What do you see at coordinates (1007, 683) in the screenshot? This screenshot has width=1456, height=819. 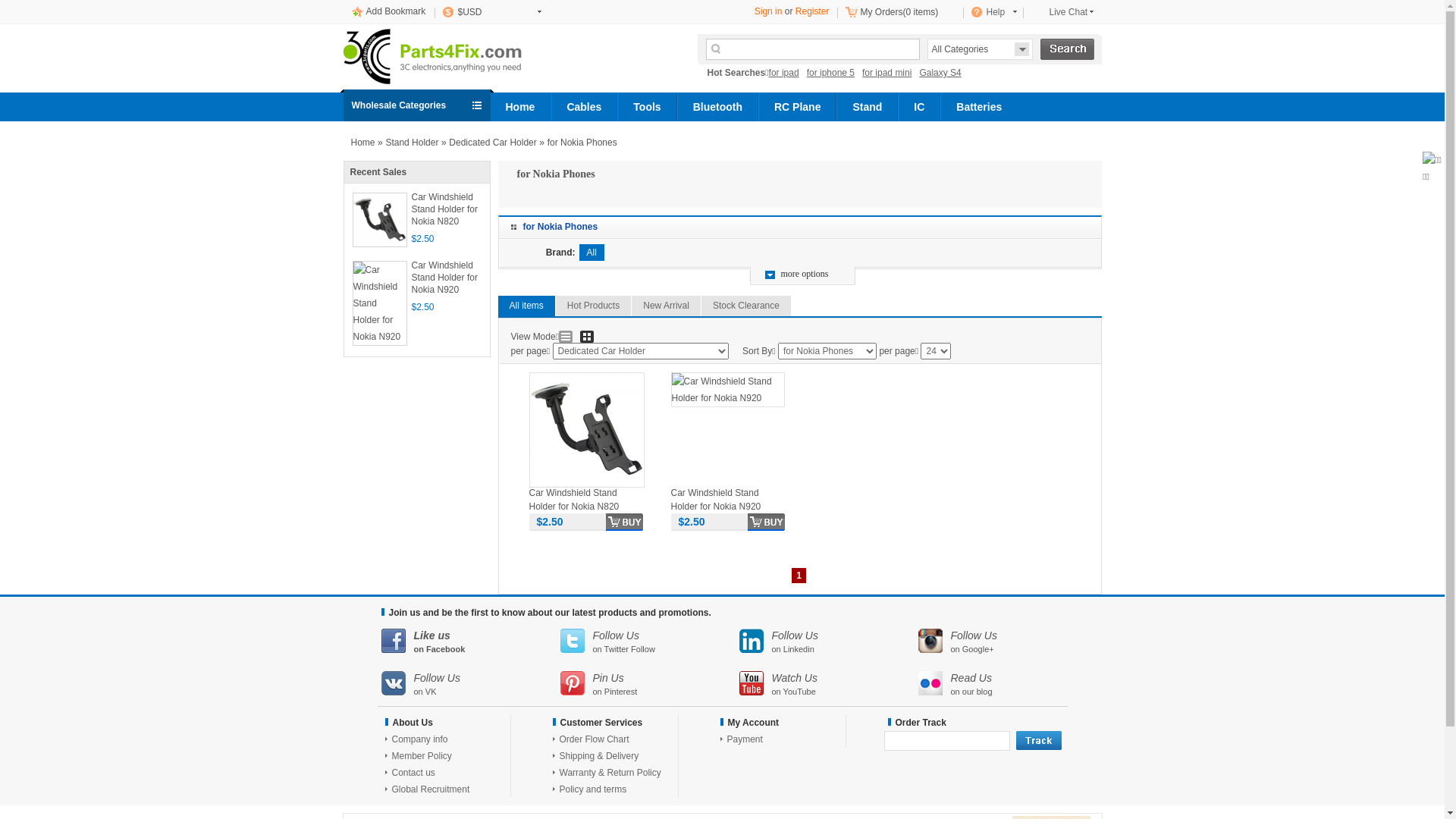 I see `'Read Us` at bounding box center [1007, 683].